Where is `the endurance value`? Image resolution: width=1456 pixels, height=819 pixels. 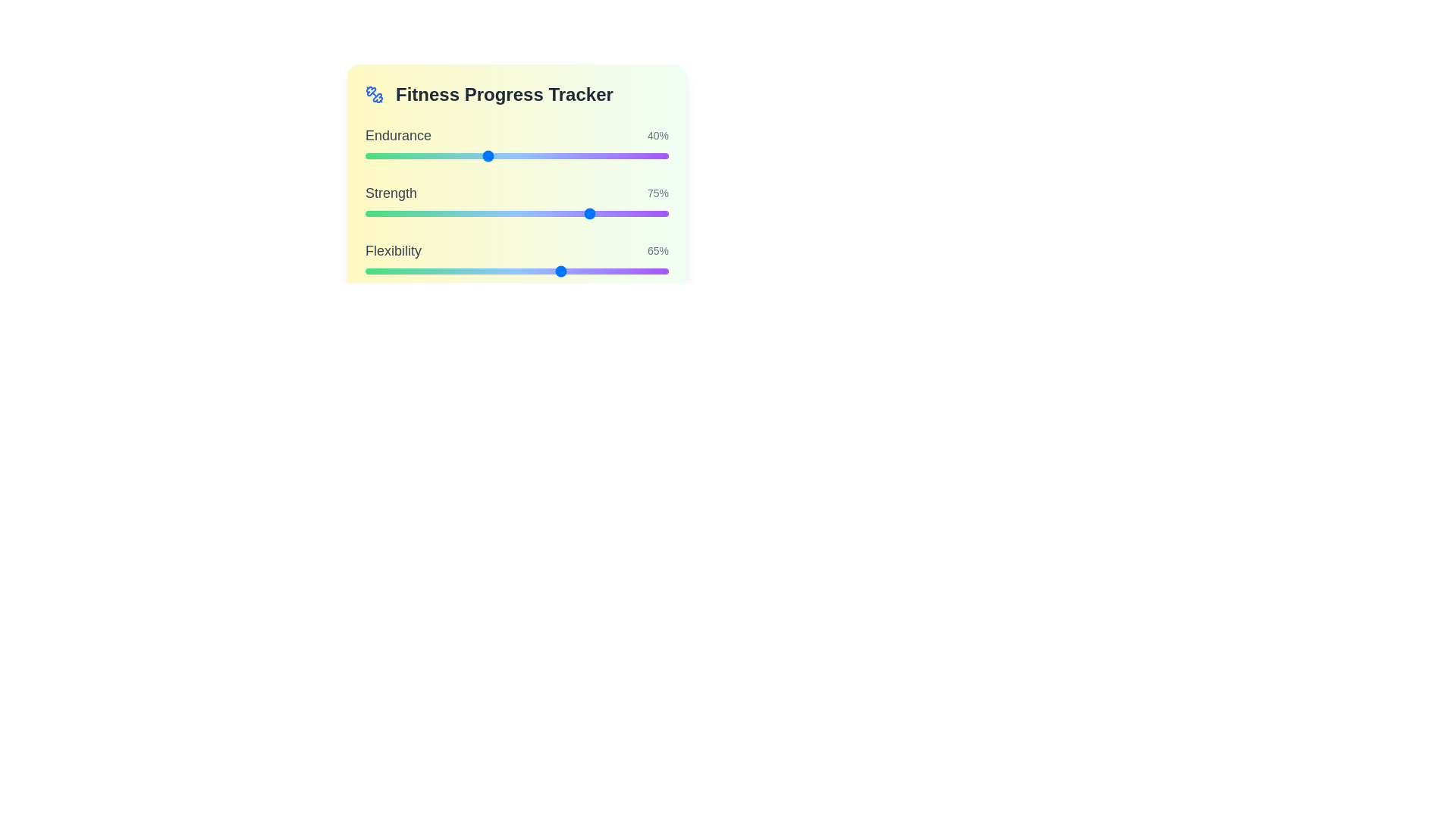
the endurance value is located at coordinates (368, 155).